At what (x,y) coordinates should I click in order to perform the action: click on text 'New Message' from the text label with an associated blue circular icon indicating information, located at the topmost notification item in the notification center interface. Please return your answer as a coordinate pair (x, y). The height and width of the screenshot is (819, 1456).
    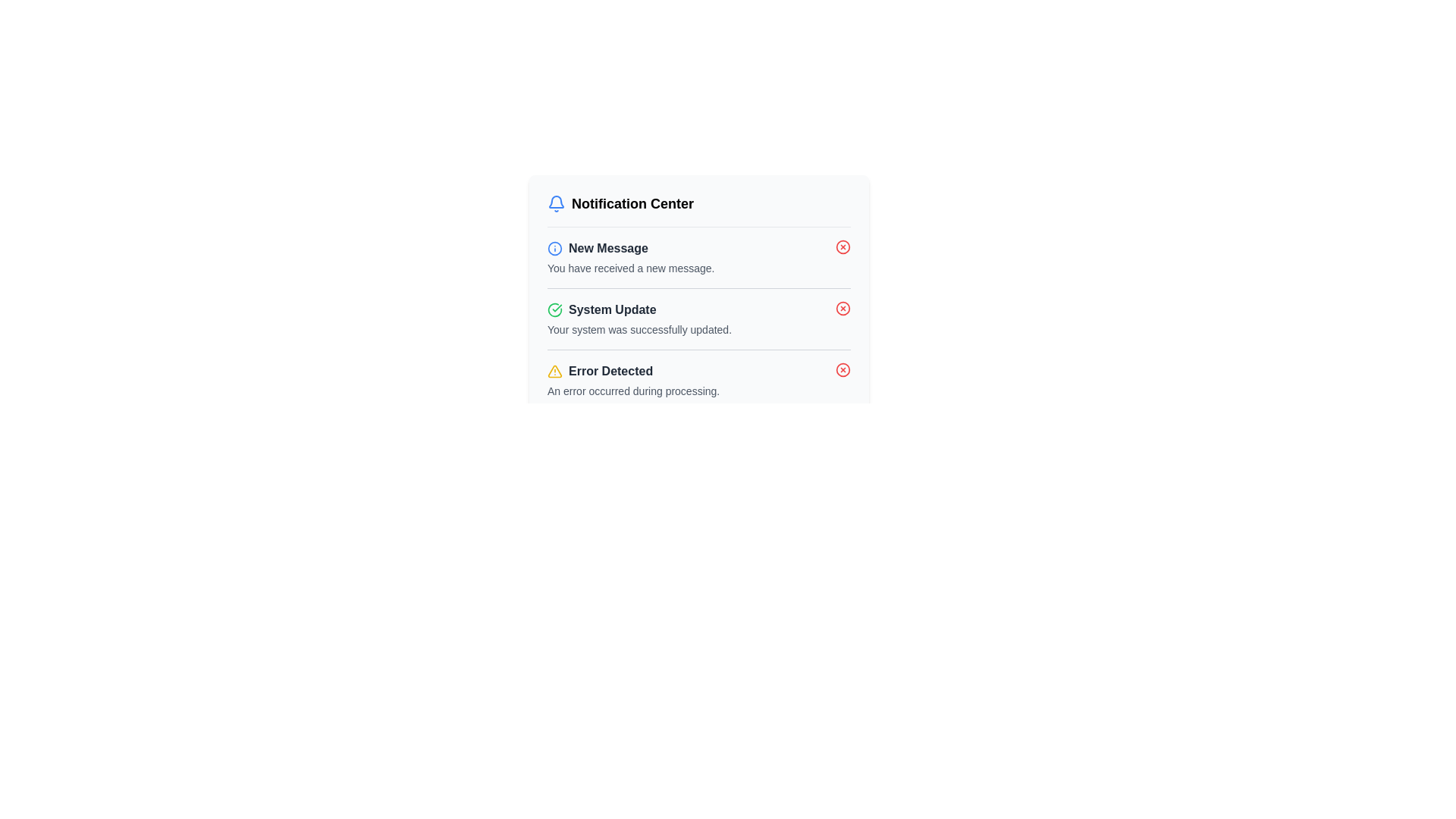
    Looking at the image, I should click on (631, 247).